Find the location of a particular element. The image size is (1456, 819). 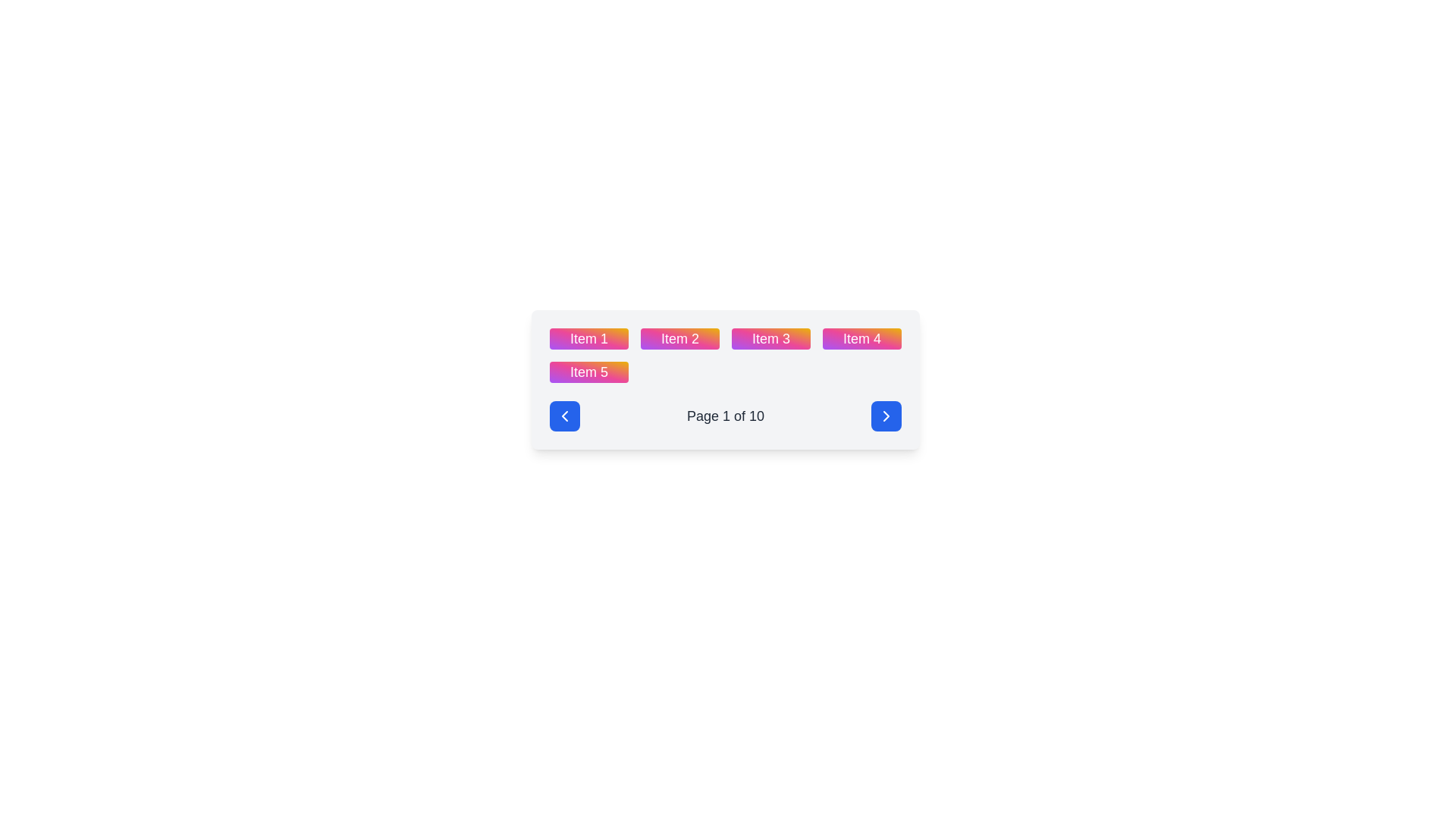

the 'Item 1' button-like component, which has a vibrant gradient background and white bold text, located at the top-left corner of the grid is located at coordinates (588, 338).